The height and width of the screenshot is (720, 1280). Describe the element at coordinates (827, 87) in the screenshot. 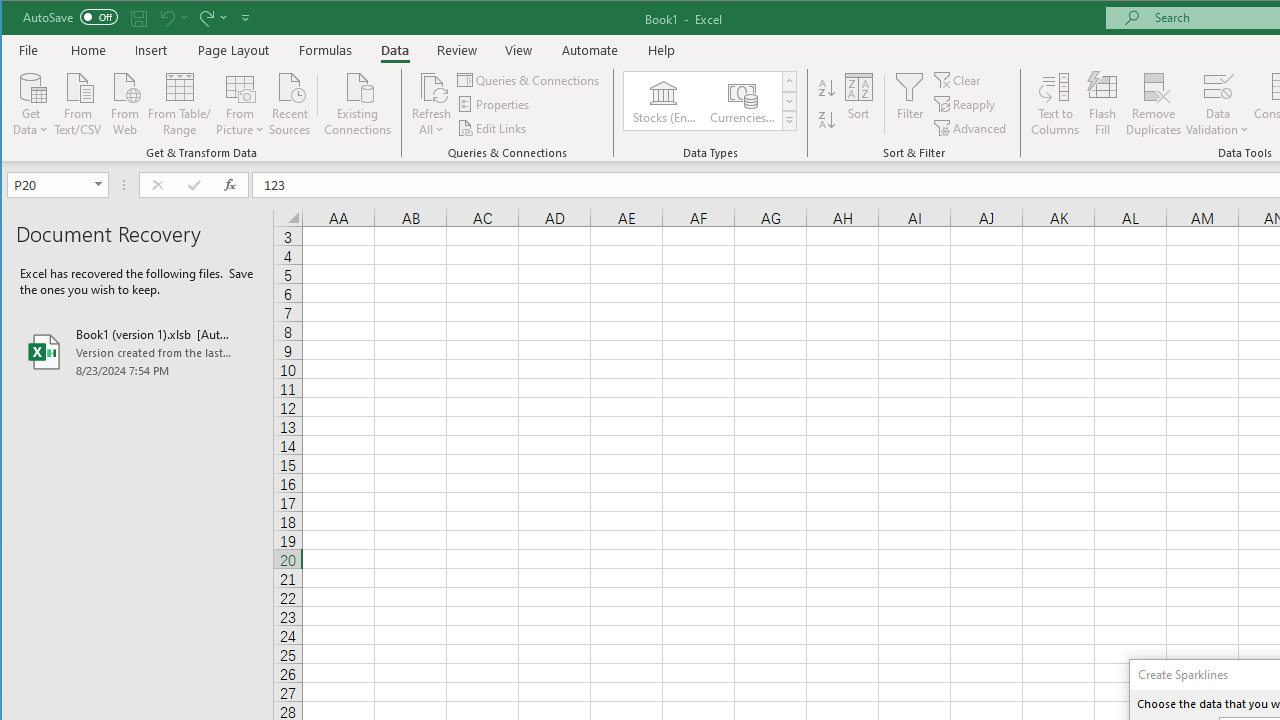

I see `'Sort Smallest to Largest'` at that location.